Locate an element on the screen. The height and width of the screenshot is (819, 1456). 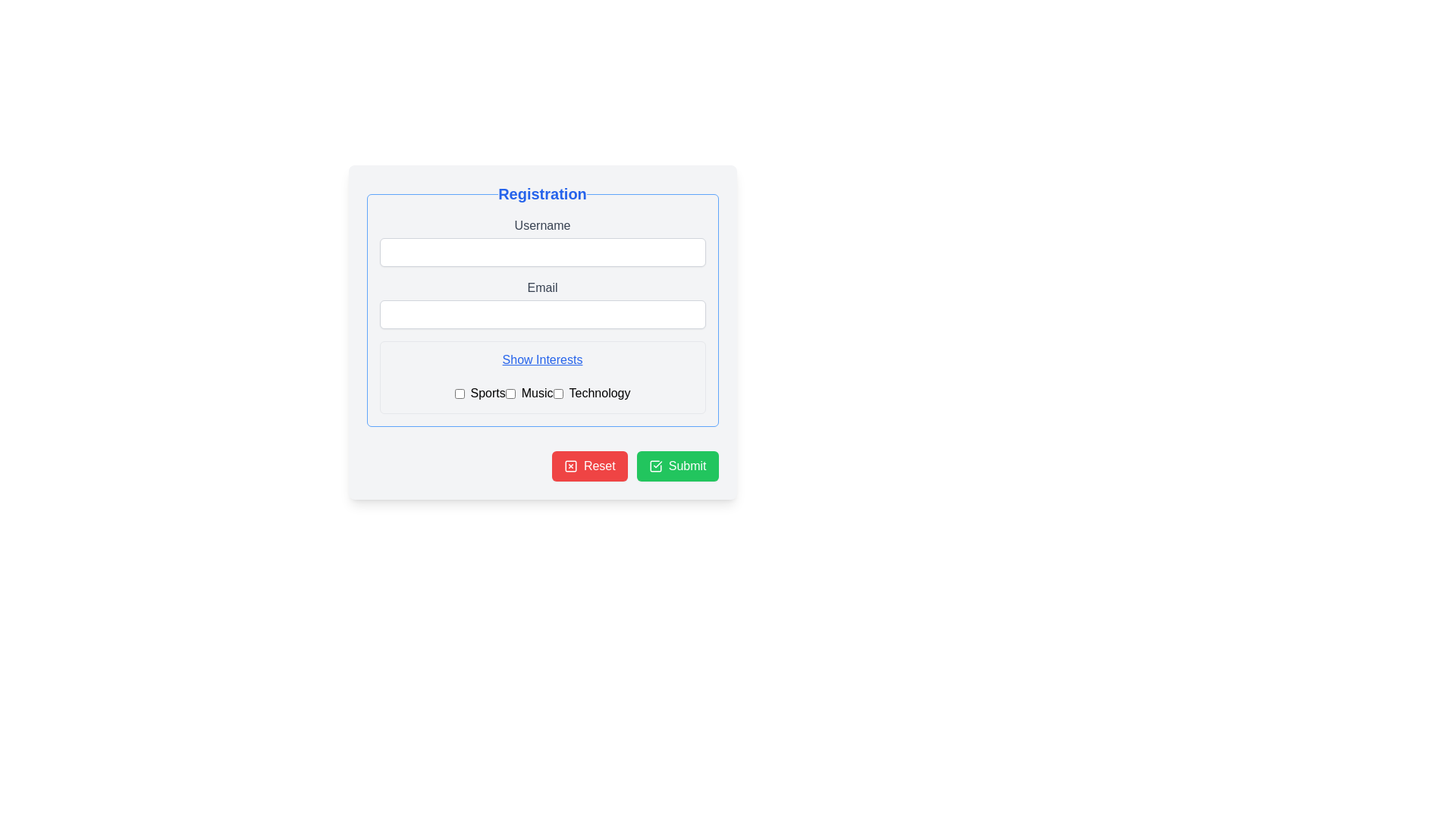
the checkbox labeled 'Technology' is located at coordinates (557, 393).